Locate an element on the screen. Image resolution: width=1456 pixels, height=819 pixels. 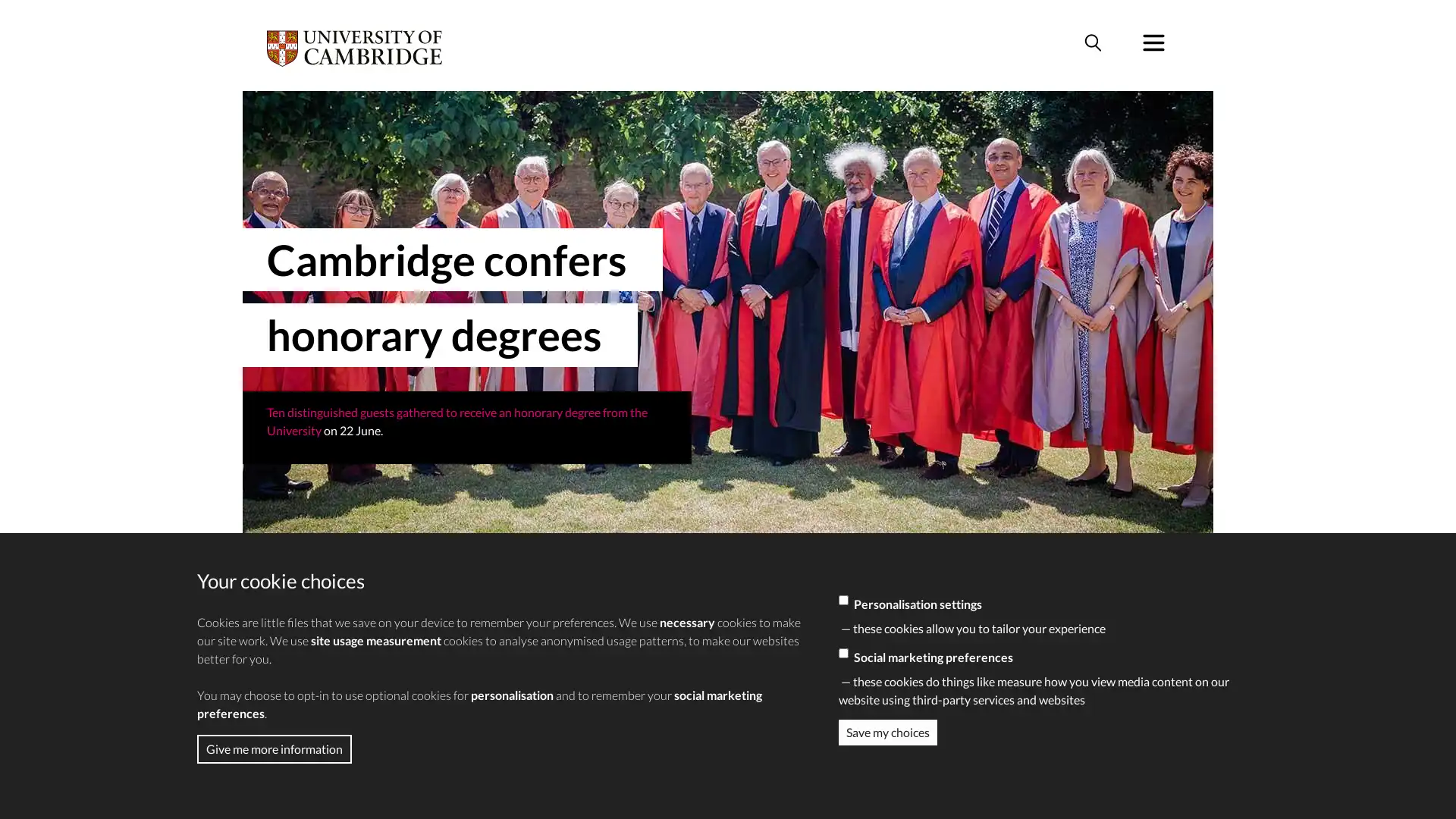
Give me more information is located at coordinates (273, 748).